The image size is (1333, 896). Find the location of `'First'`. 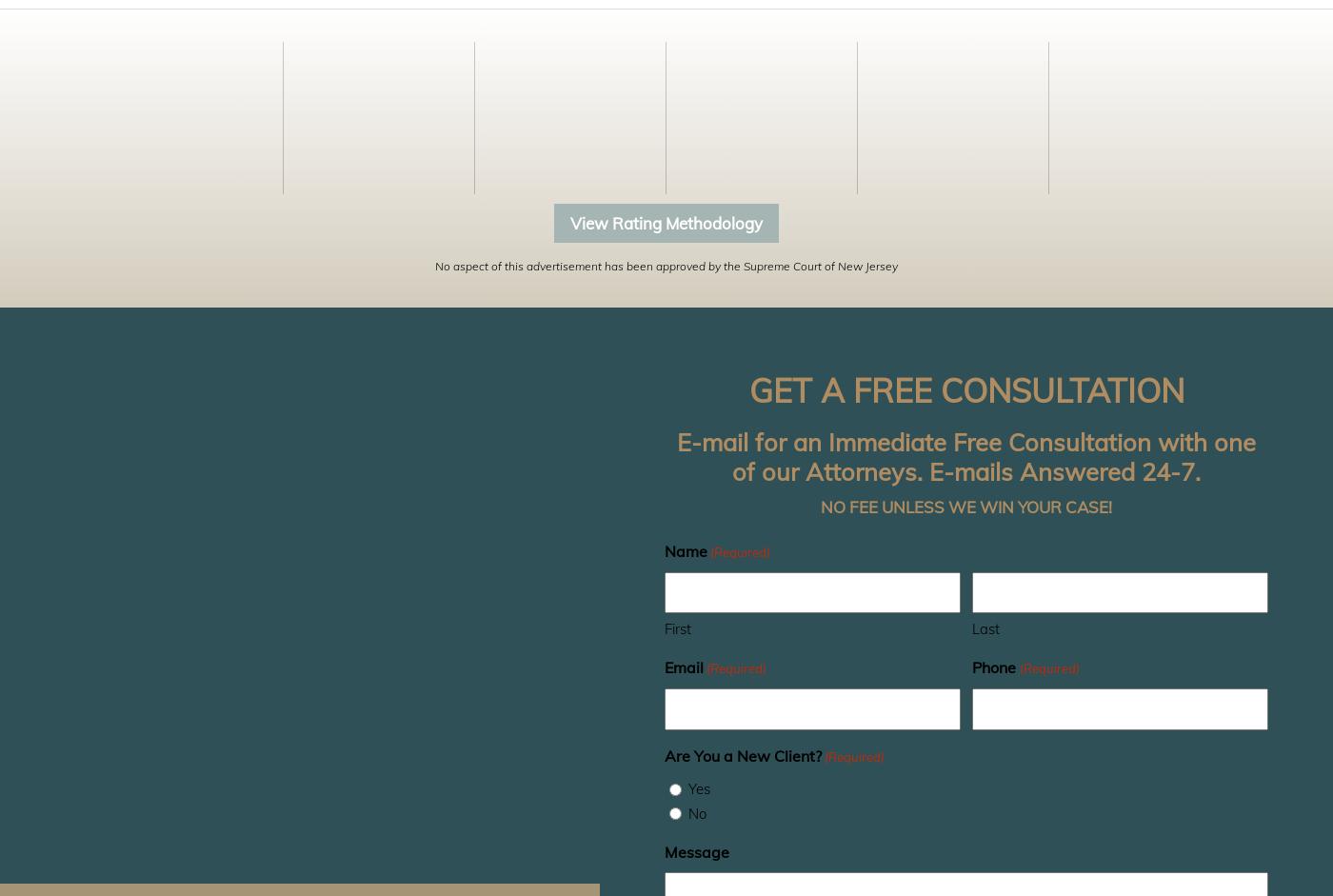

'First' is located at coordinates (665, 627).